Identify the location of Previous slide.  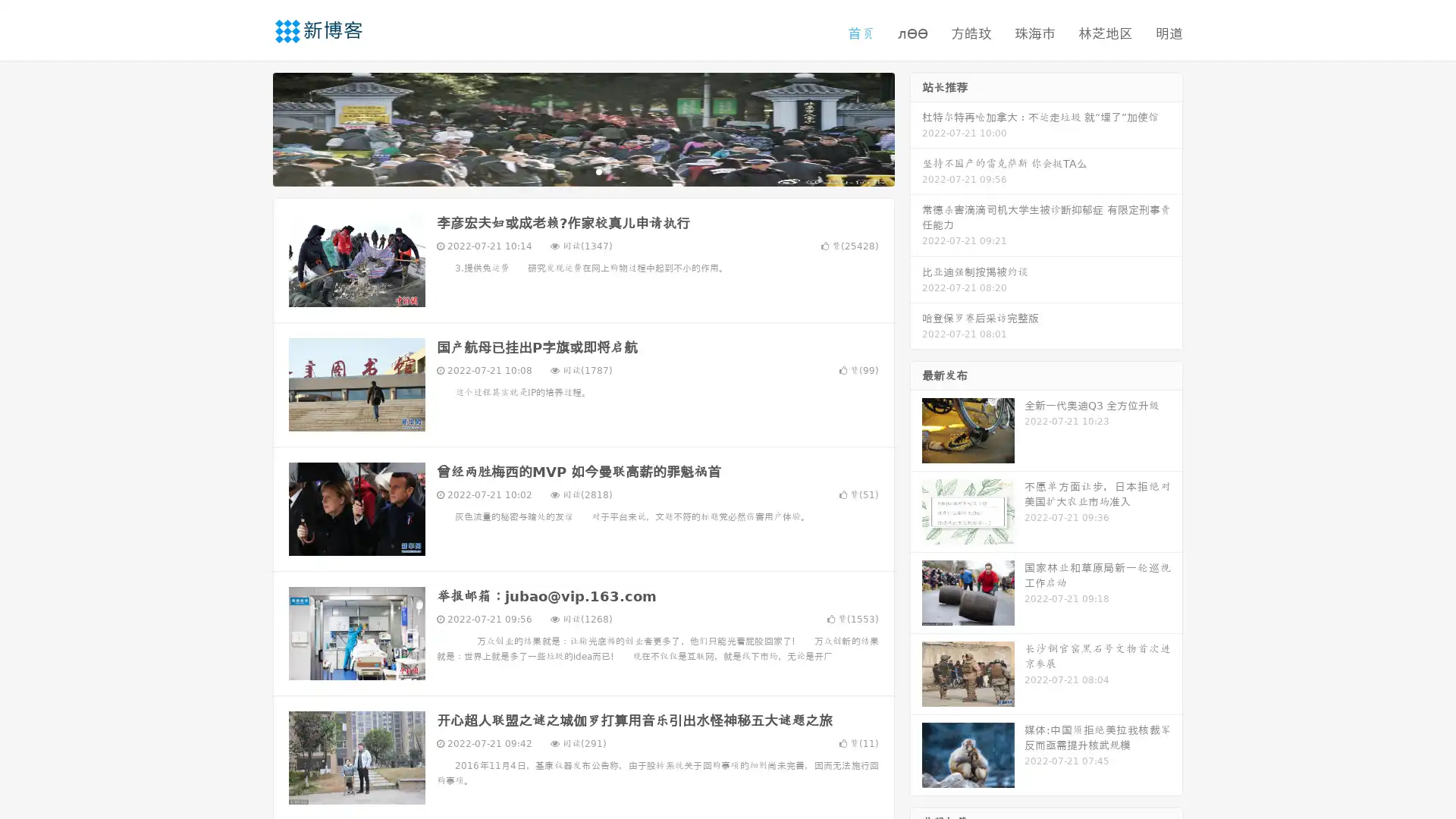
(250, 127).